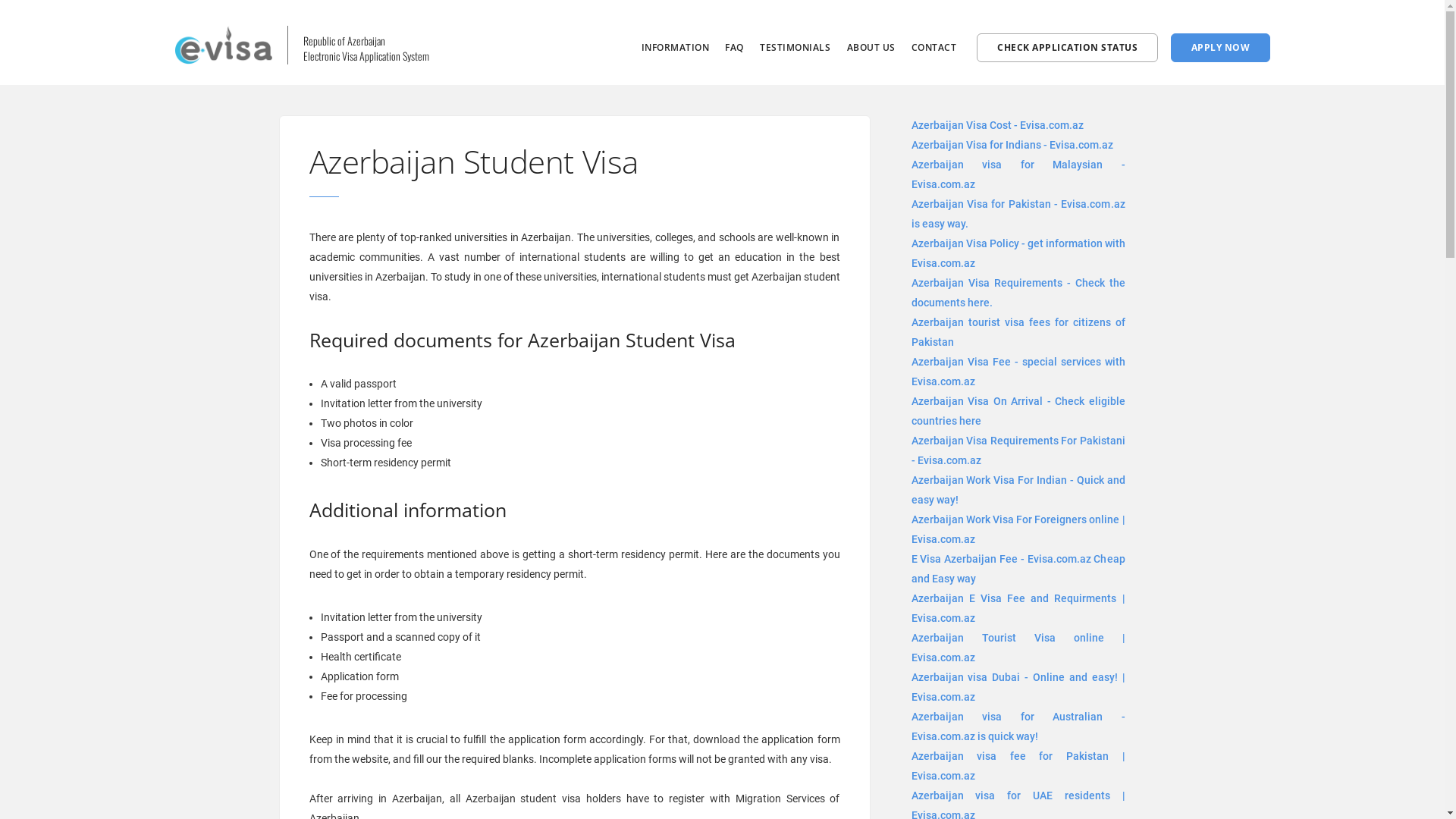 The height and width of the screenshot is (819, 1456). I want to click on 'INFORMATION', so click(675, 46).